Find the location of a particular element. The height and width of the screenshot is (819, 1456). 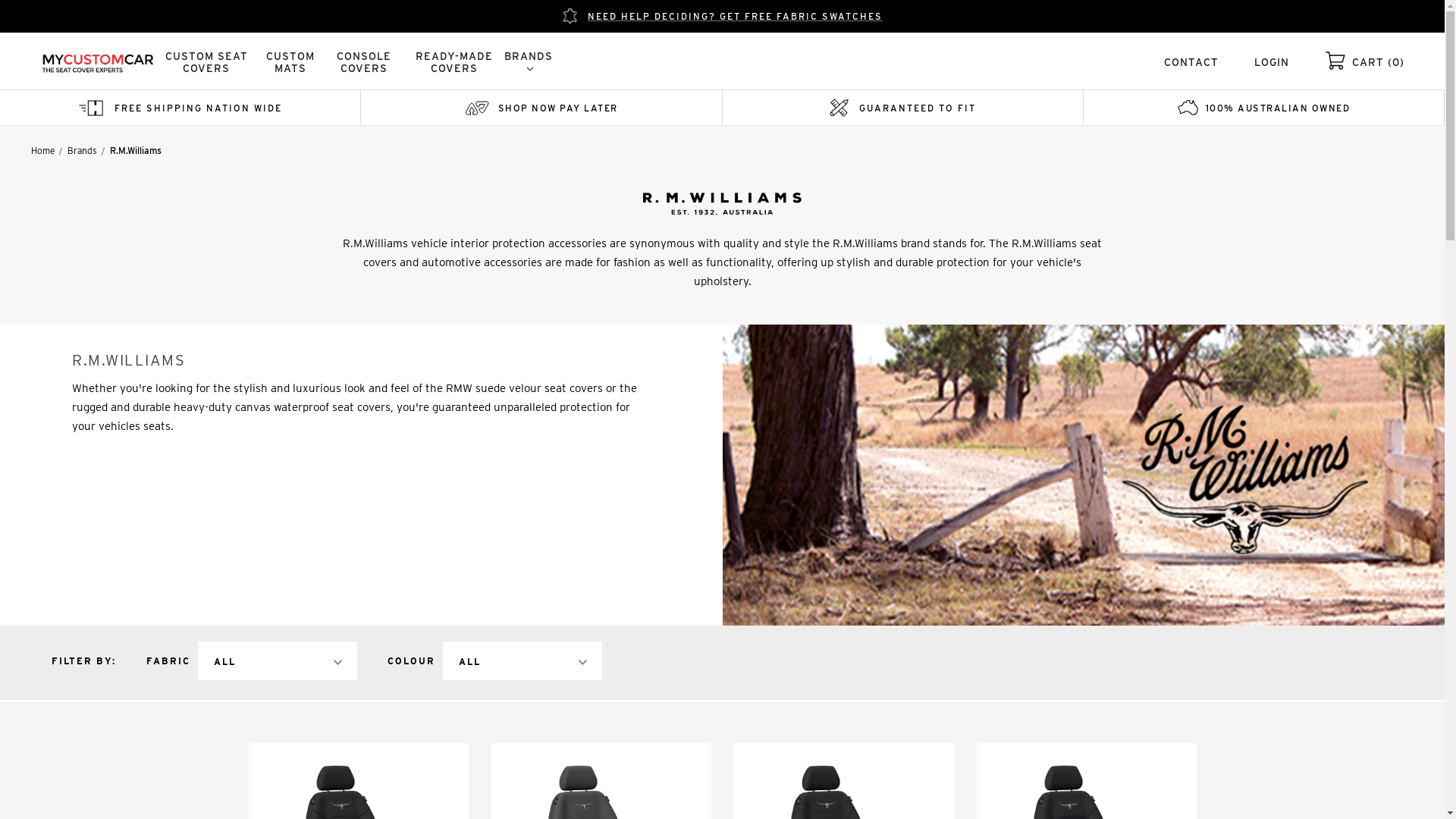

'CONTACT' is located at coordinates (1163, 61).